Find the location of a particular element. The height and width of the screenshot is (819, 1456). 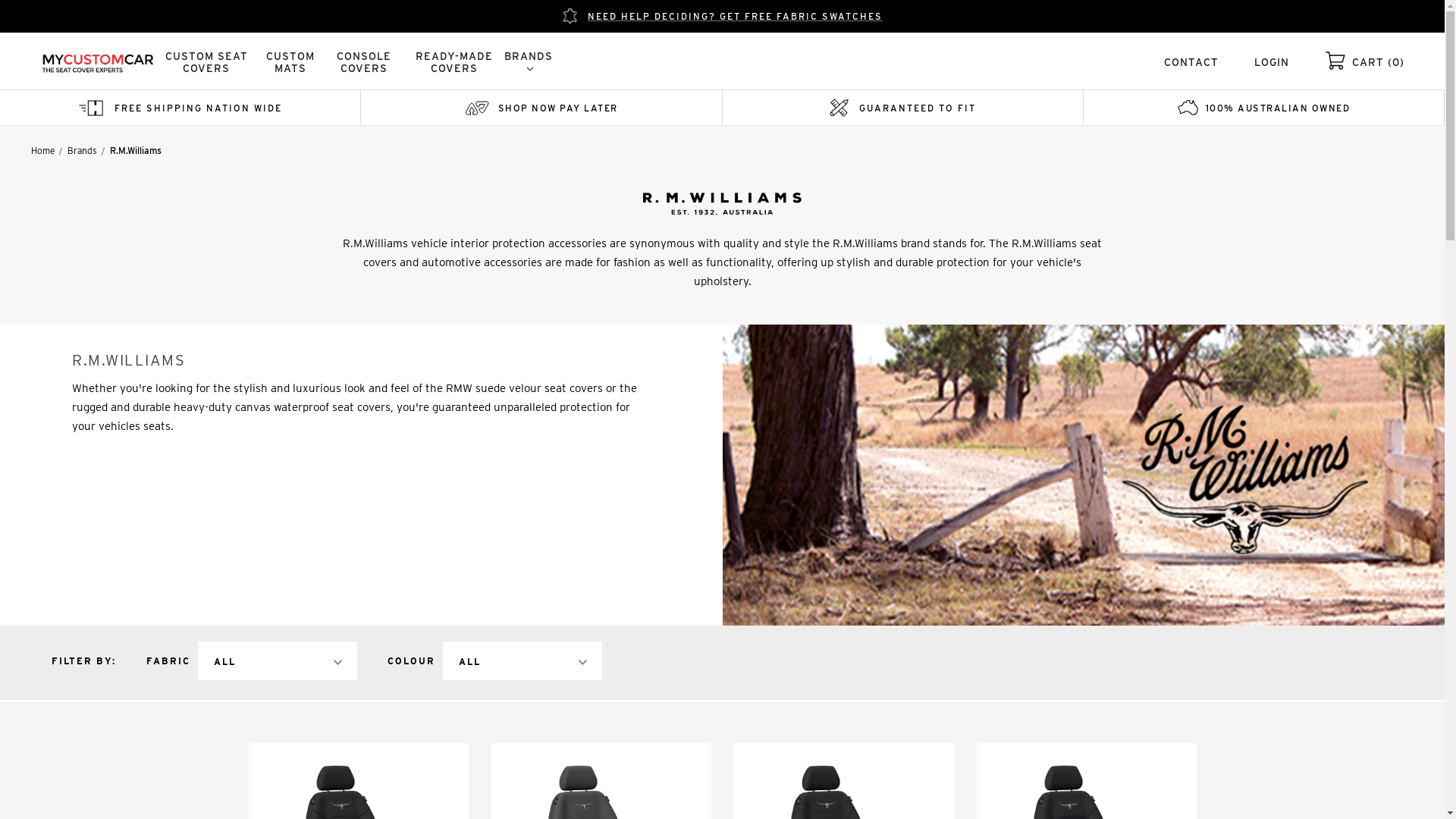

'CONTACT' is located at coordinates (1163, 61).